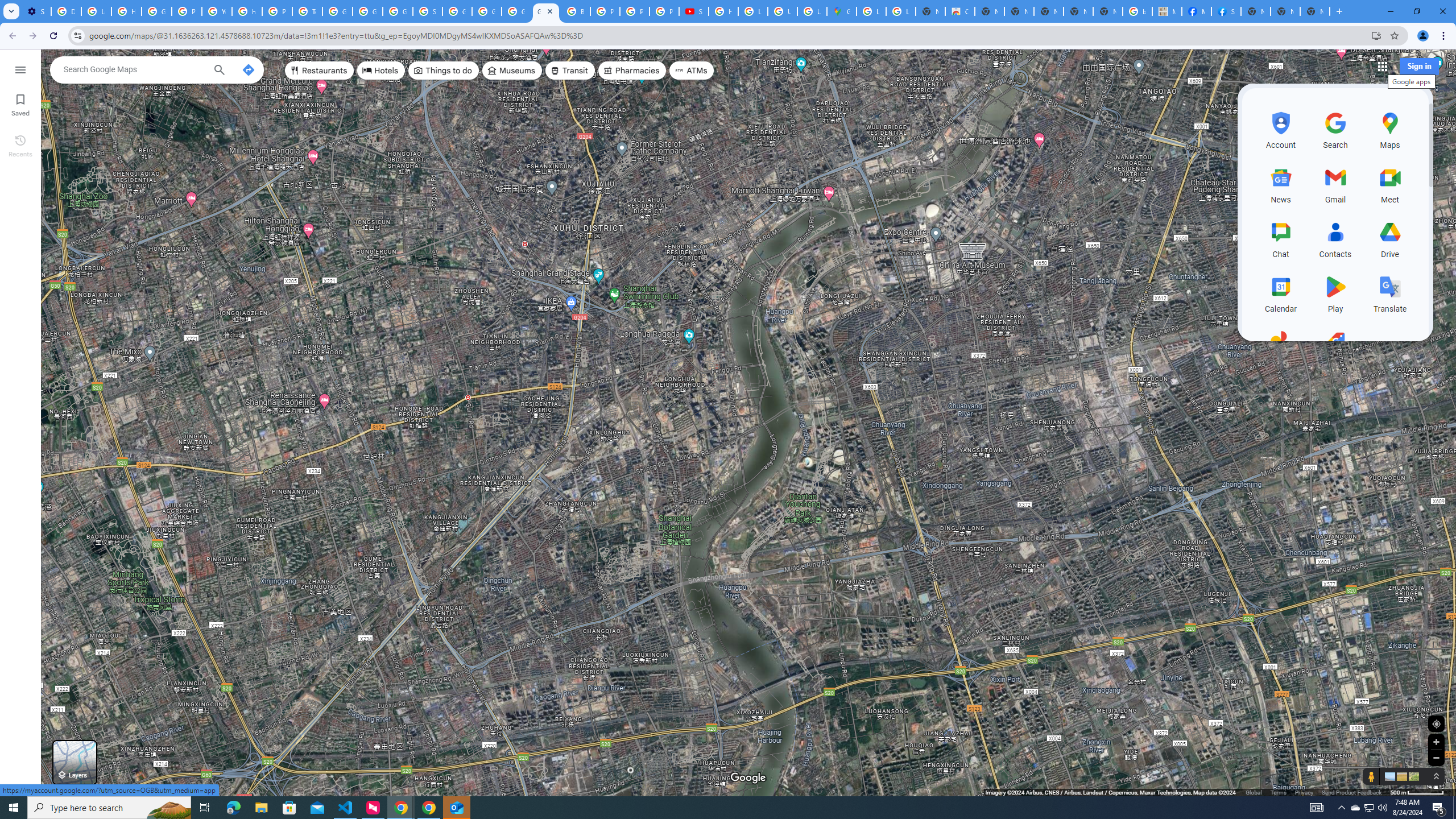  Describe the element at coordinates (959, 11) in the screenshot. I see `'Chrome Web Store'` at that location.